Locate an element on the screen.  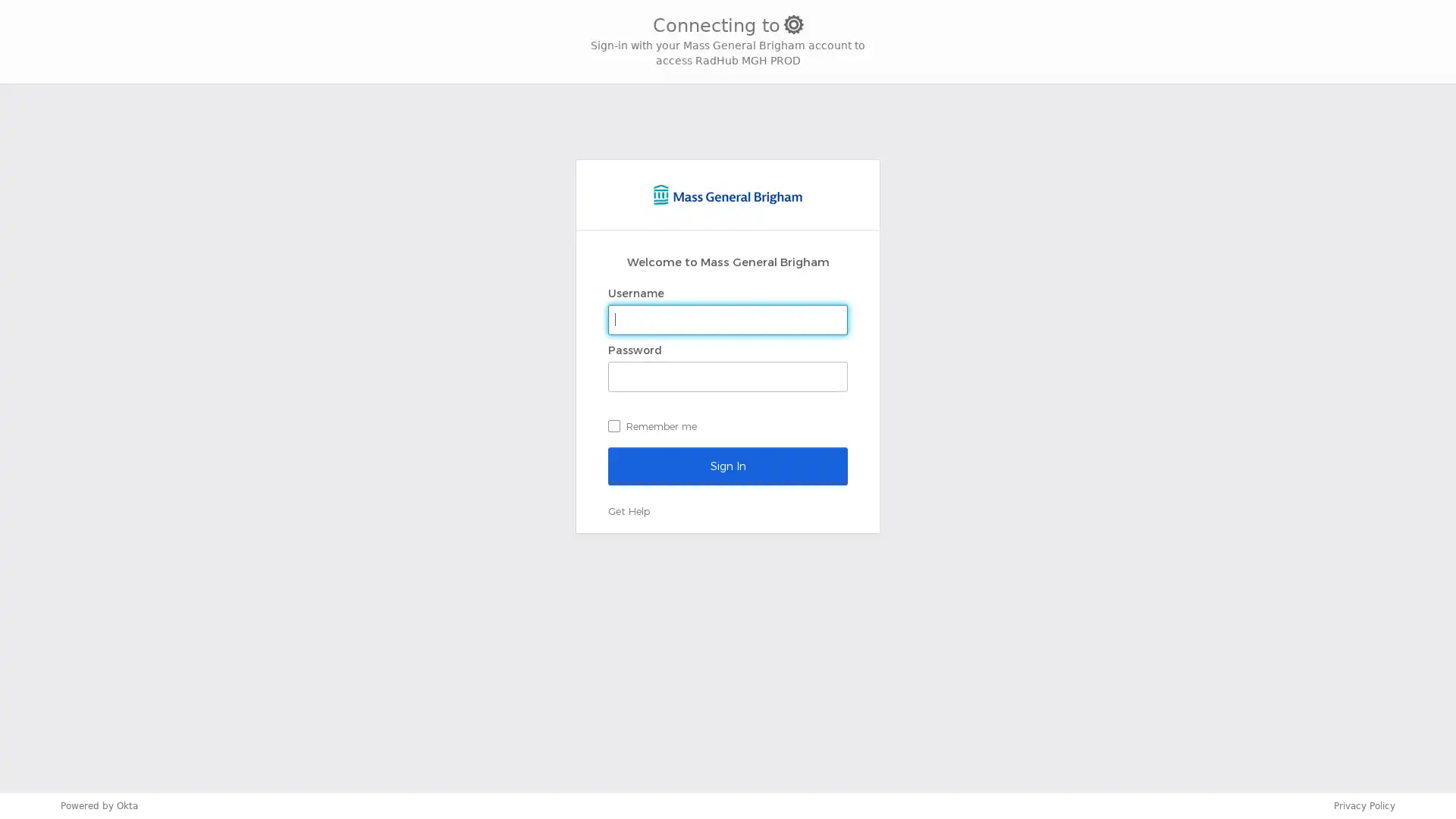
Sign In is located at coordinates (728, 464).